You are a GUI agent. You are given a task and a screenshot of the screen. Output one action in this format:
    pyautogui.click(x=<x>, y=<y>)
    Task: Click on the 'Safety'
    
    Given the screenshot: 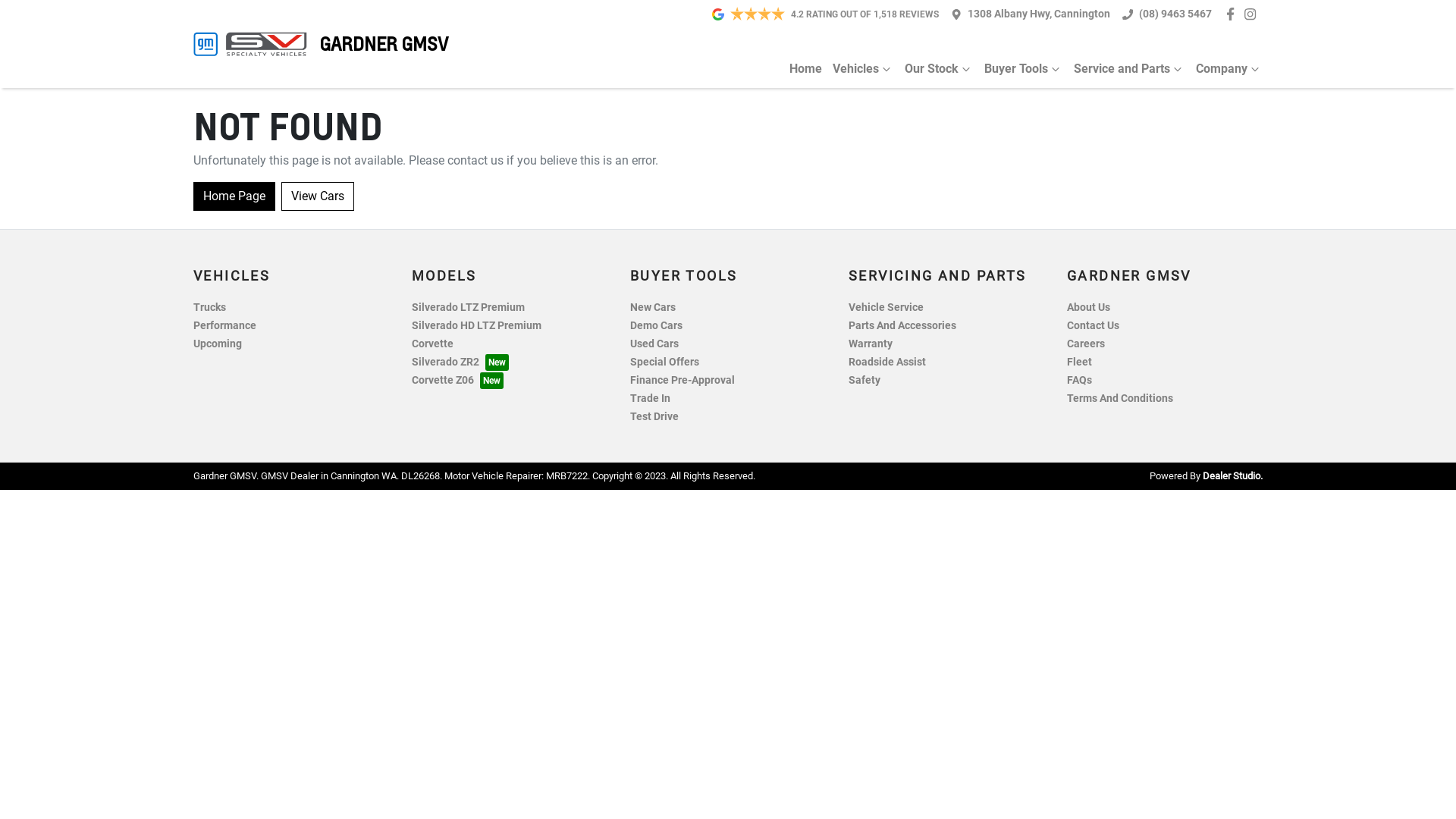 What is the action you would take?
    pyautogui.click(x=864, y=379)
    